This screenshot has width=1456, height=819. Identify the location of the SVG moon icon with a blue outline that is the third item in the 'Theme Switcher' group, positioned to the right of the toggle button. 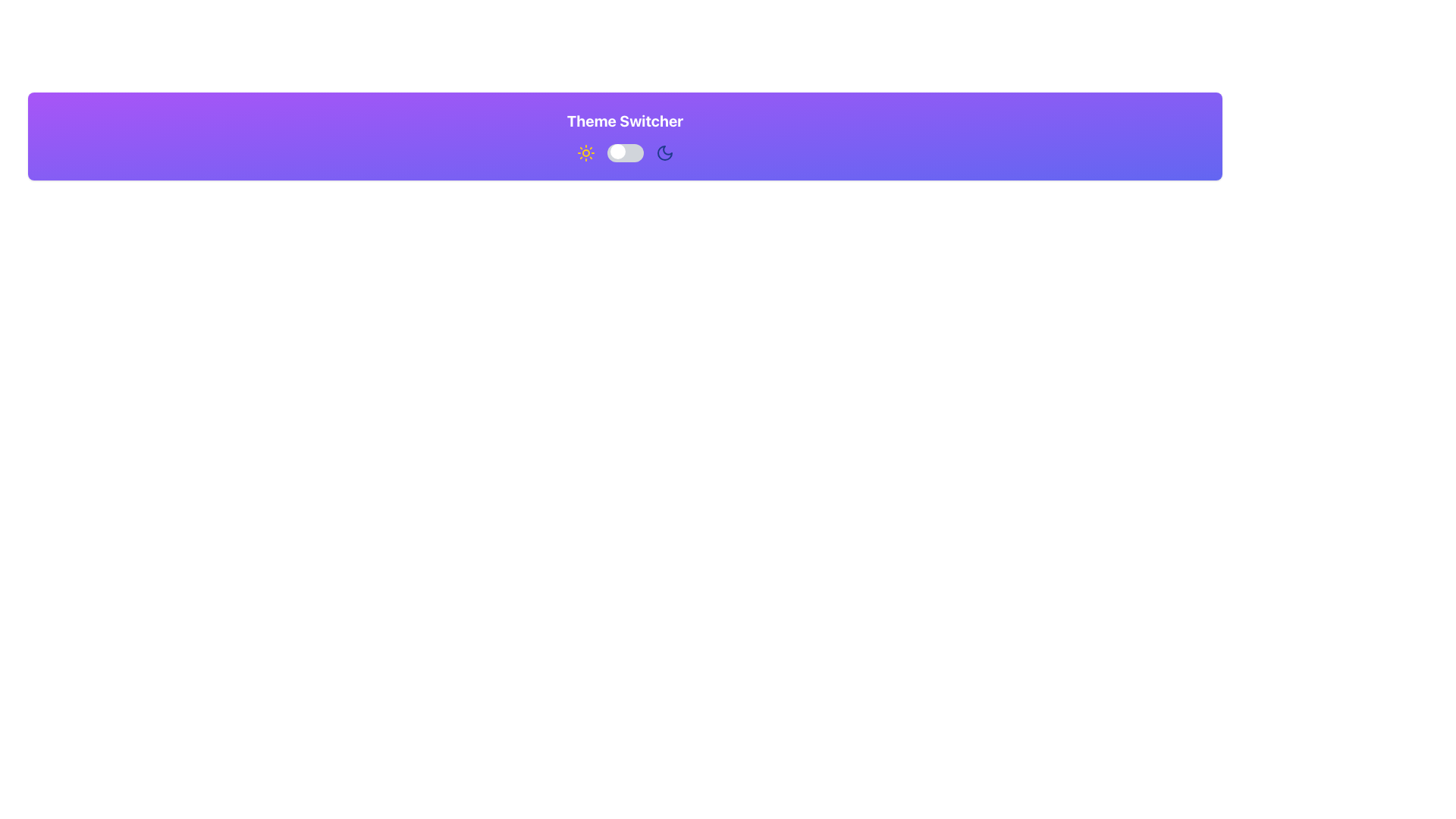
(664, 152).